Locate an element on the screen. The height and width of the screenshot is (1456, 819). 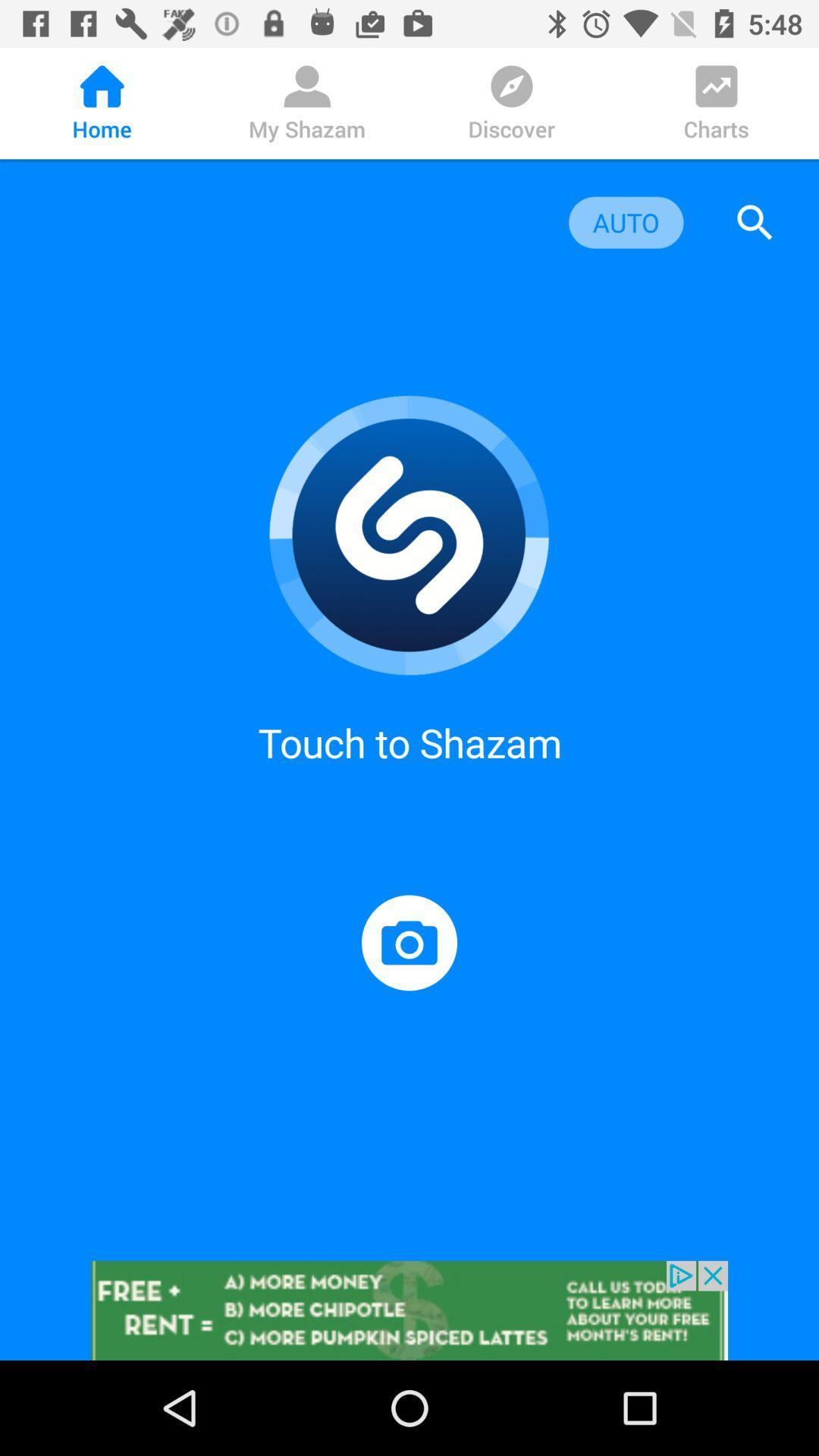
open advertisement is located at coordinates (409, 1310).